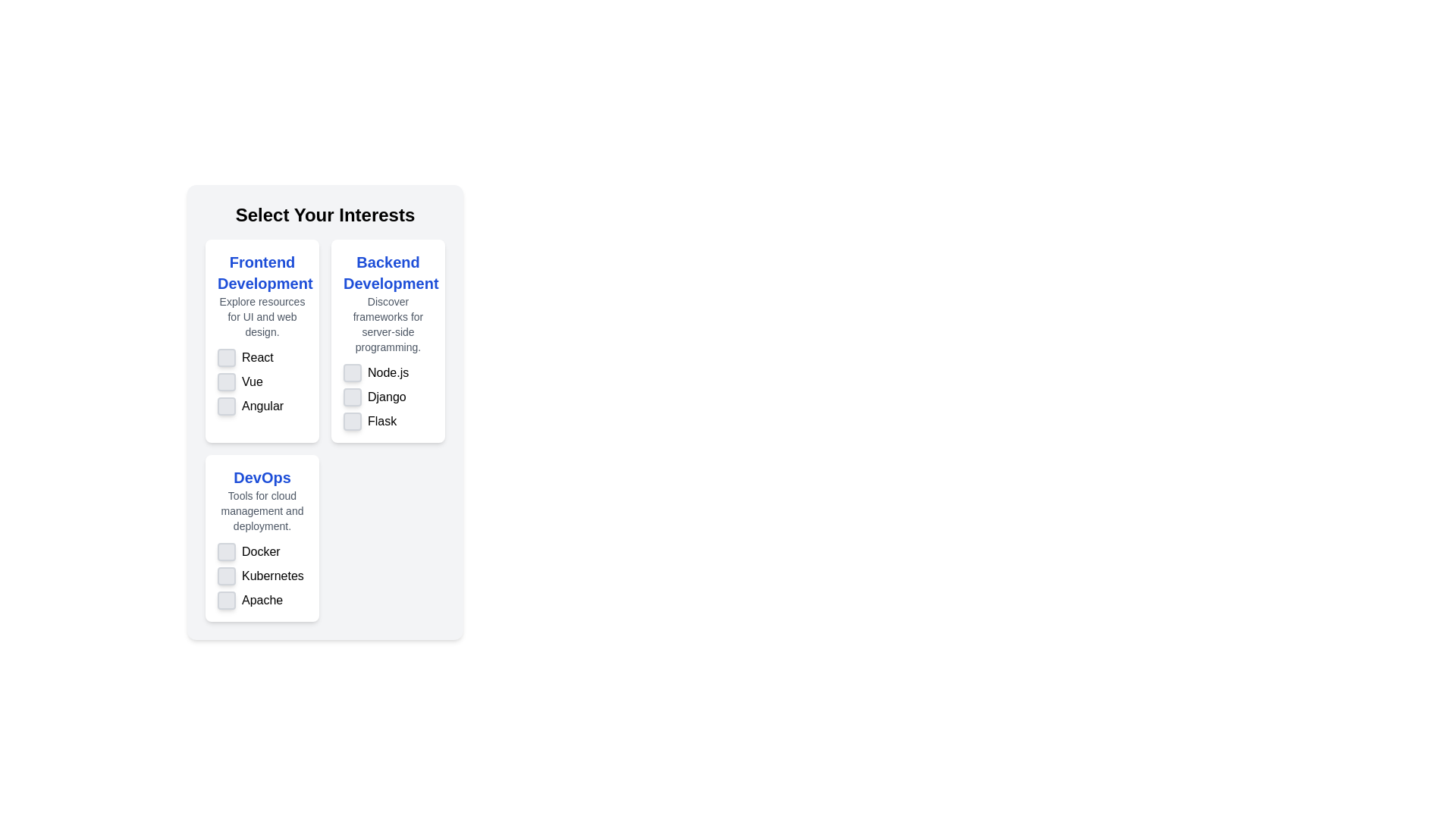 This screenshot has height=819, width=1456. What do you see at coordinates (262, 271) in the screenshot?
I see `the 'Frontend Development' text label, which is a large, bold, blue font located in the top-left section of the grid structure` at bounding box center [262, 271].